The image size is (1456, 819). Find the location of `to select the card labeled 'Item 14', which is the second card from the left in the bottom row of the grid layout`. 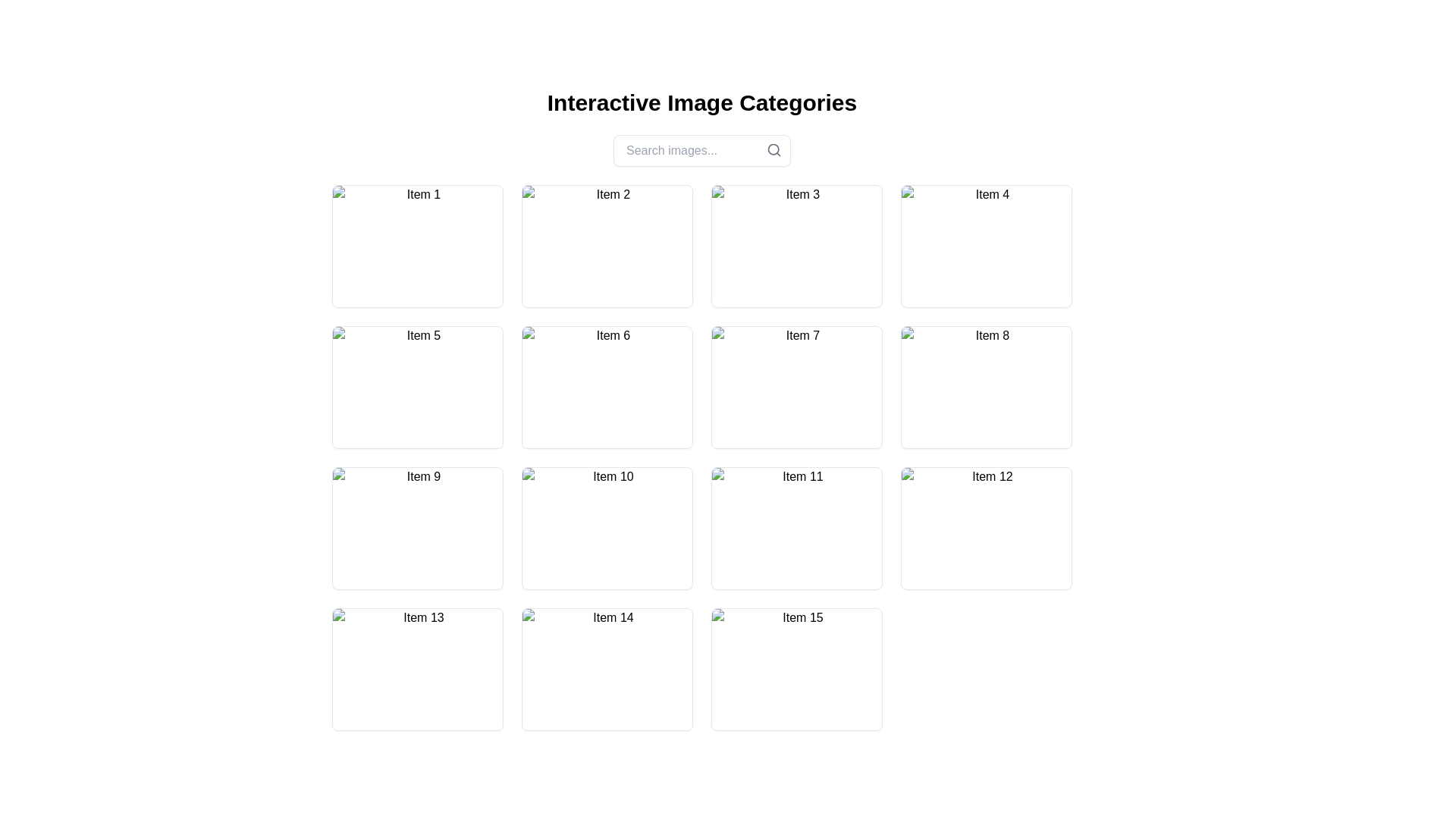

to select the card labeled 'Item 14', which is the second card from the left in the bottom row of the grid layout is located at coordinates (607, 669).